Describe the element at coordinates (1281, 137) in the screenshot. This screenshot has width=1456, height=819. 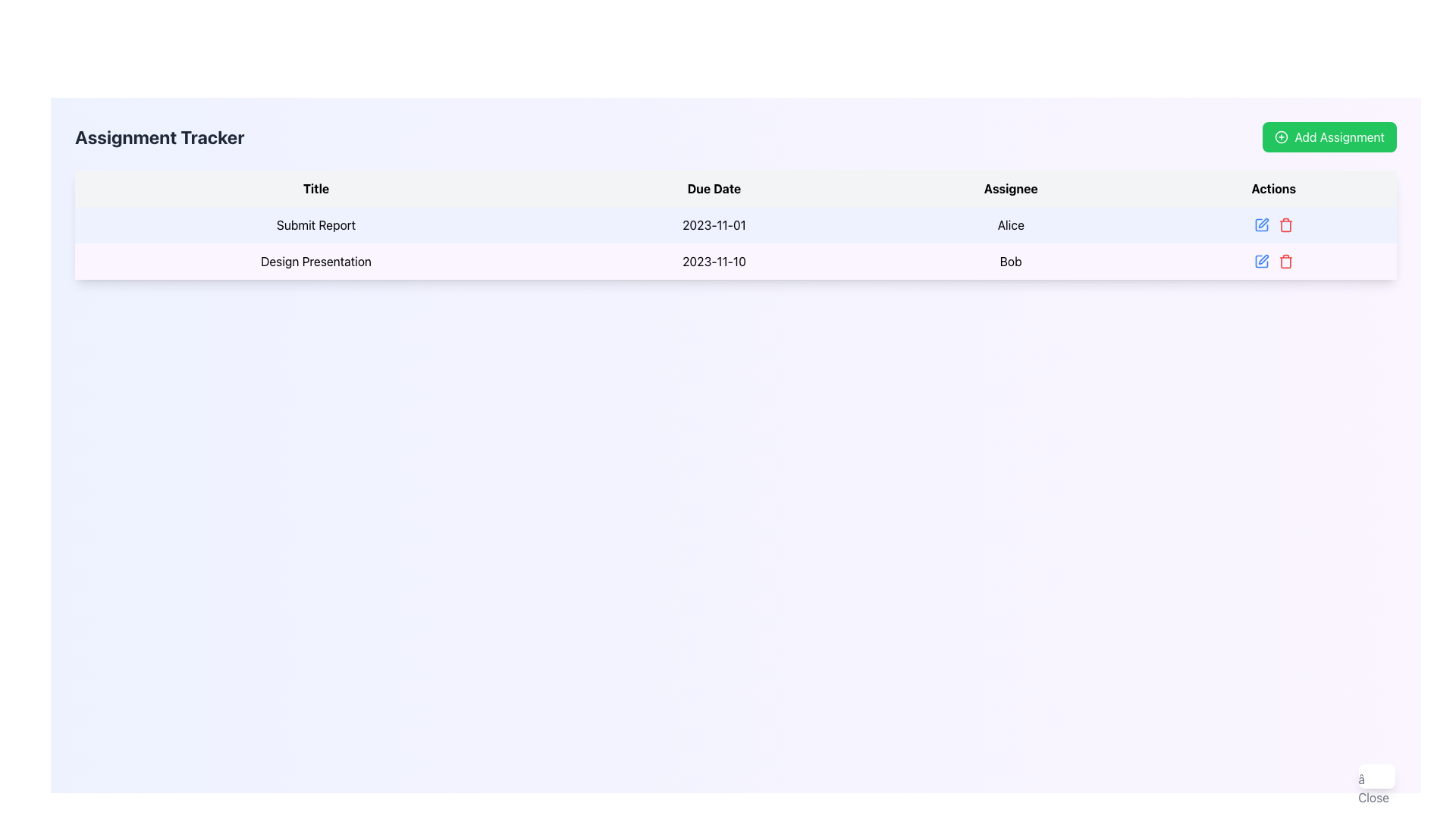
I see `the icon within the 'Add Assignment' button located to the left of the text label 'Add Assignment' in the top-right corner of the interface` at that location.